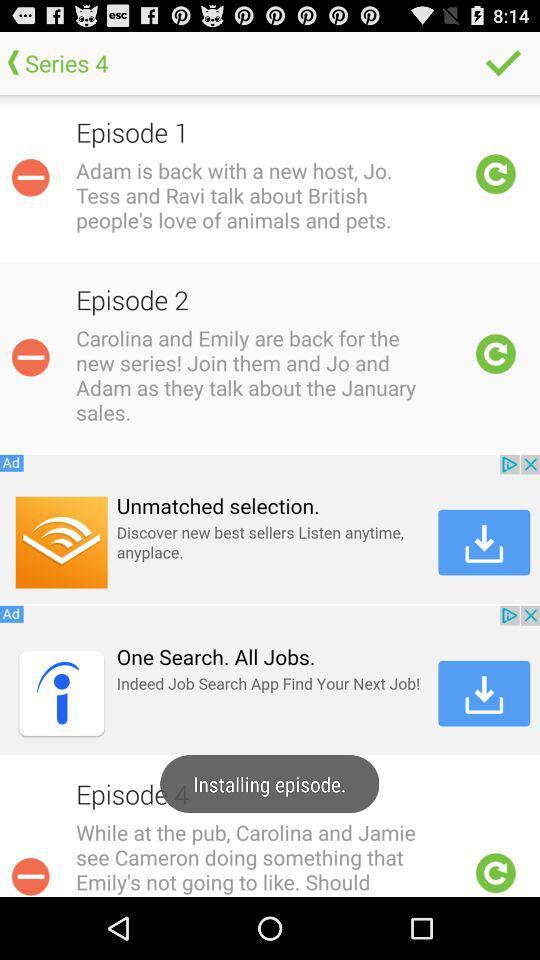  I want to click on watch episode 3, so click(495, 872).